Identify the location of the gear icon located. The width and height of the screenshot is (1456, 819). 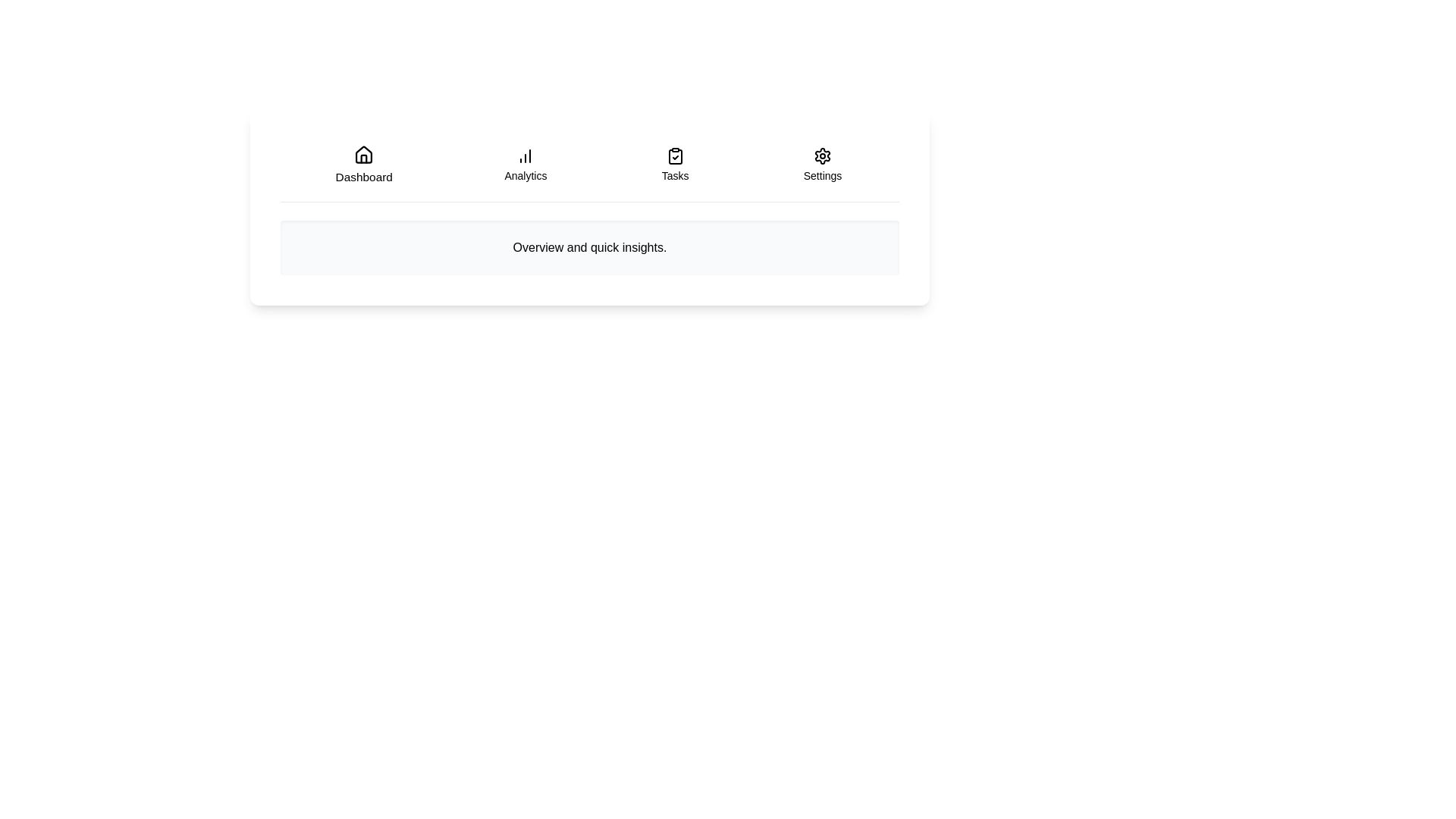
(821, 155).